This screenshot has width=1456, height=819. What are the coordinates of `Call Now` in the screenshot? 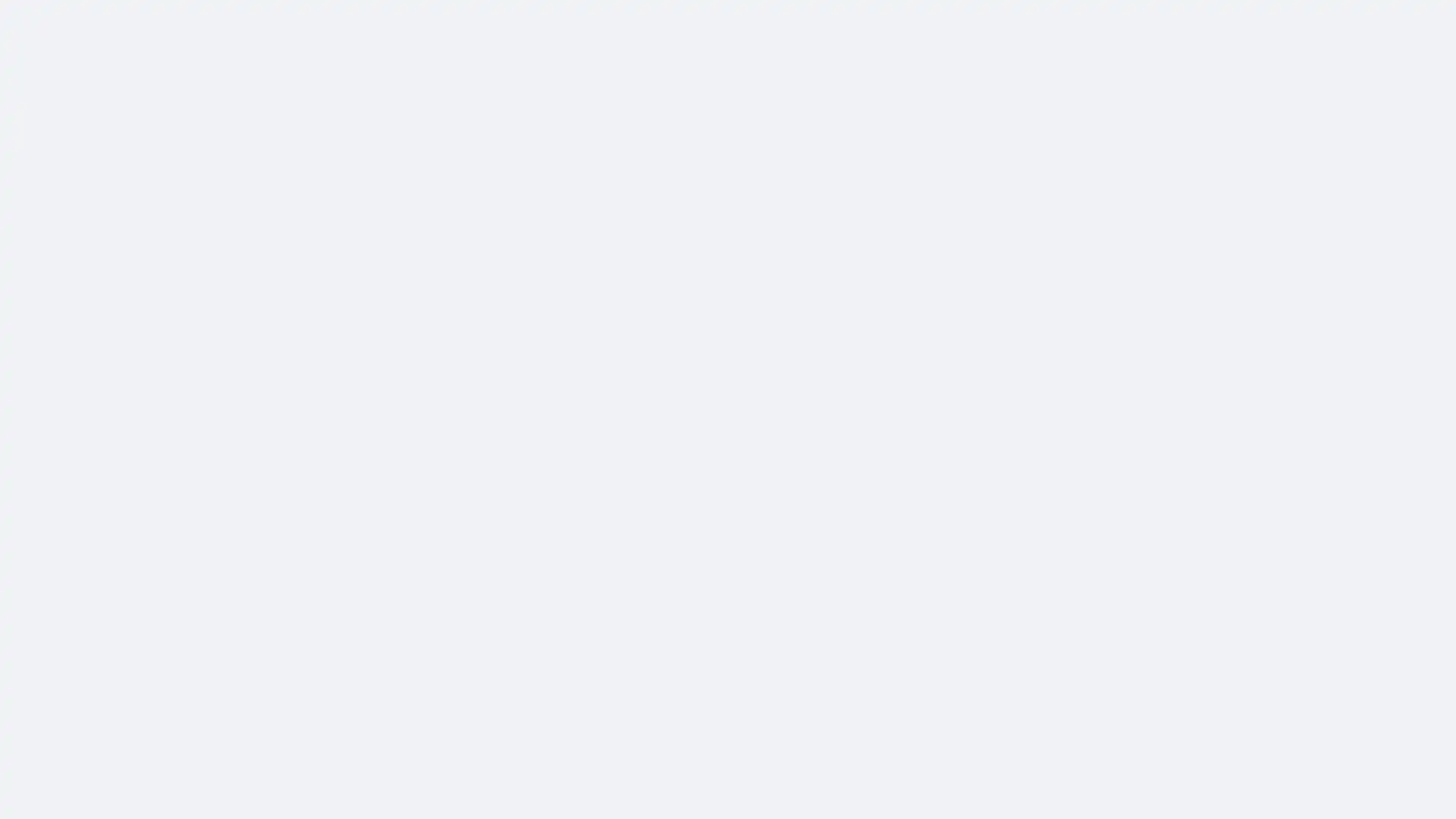 It's located at (941, 137).